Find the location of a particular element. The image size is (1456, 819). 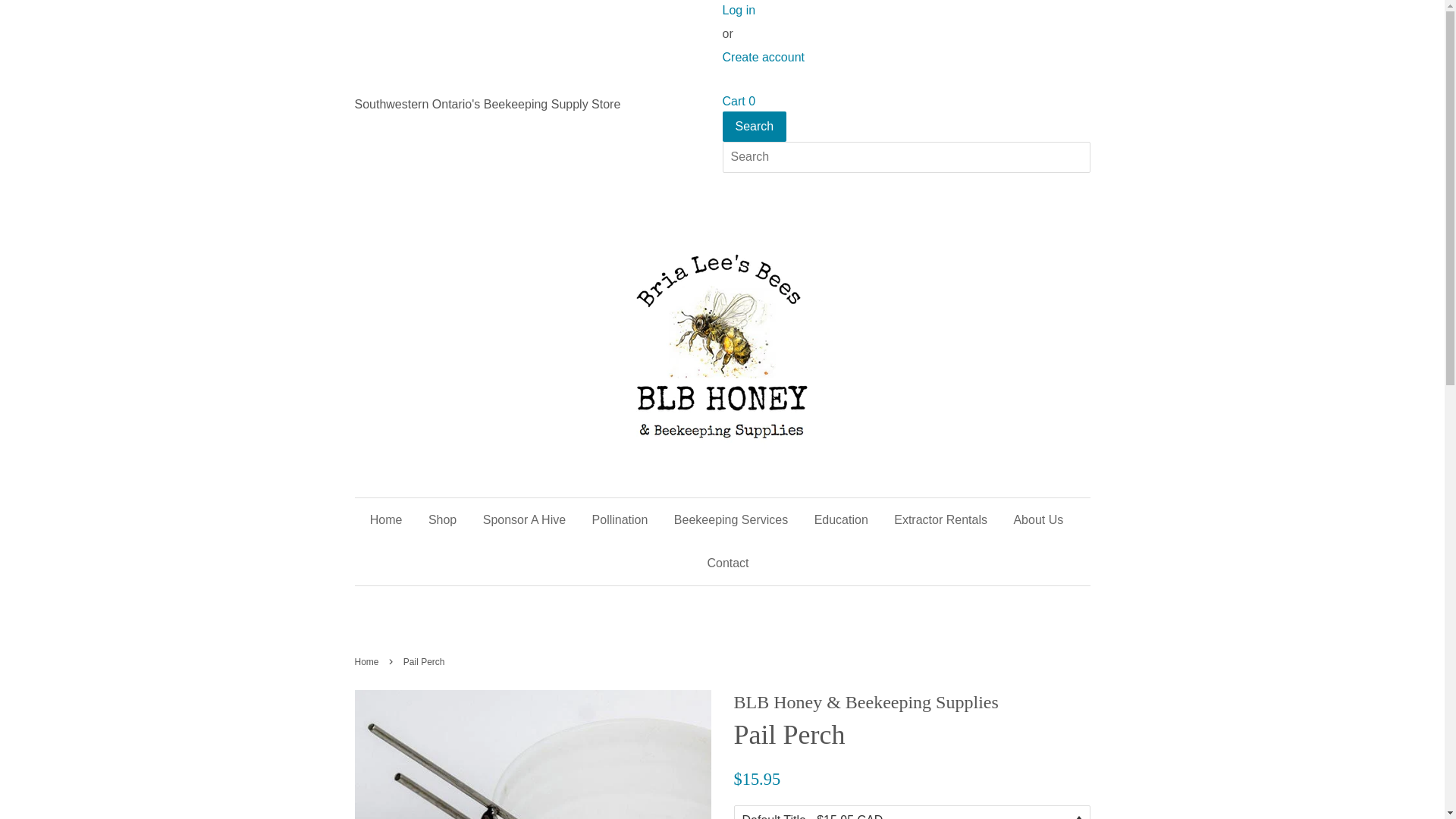

'About Us' is located at coordinates (1037, 519).